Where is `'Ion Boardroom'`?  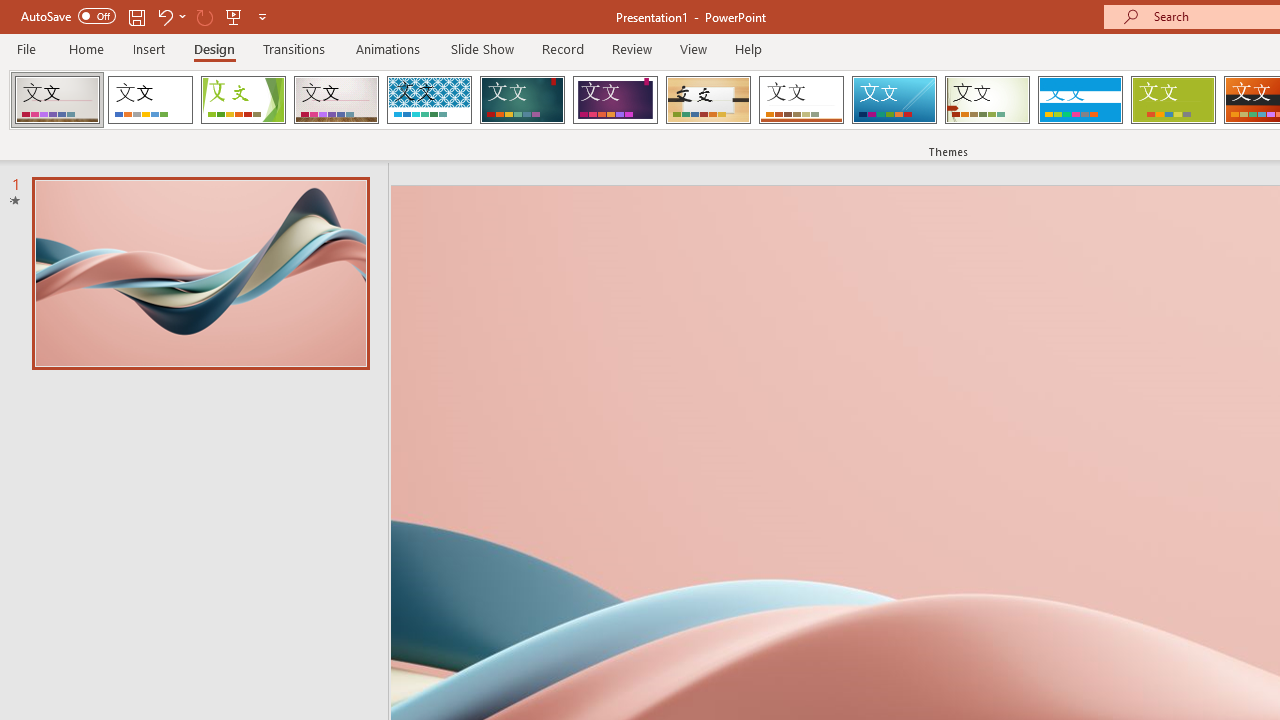
'Ion Boardroom' is located at coordinates (614, 100).